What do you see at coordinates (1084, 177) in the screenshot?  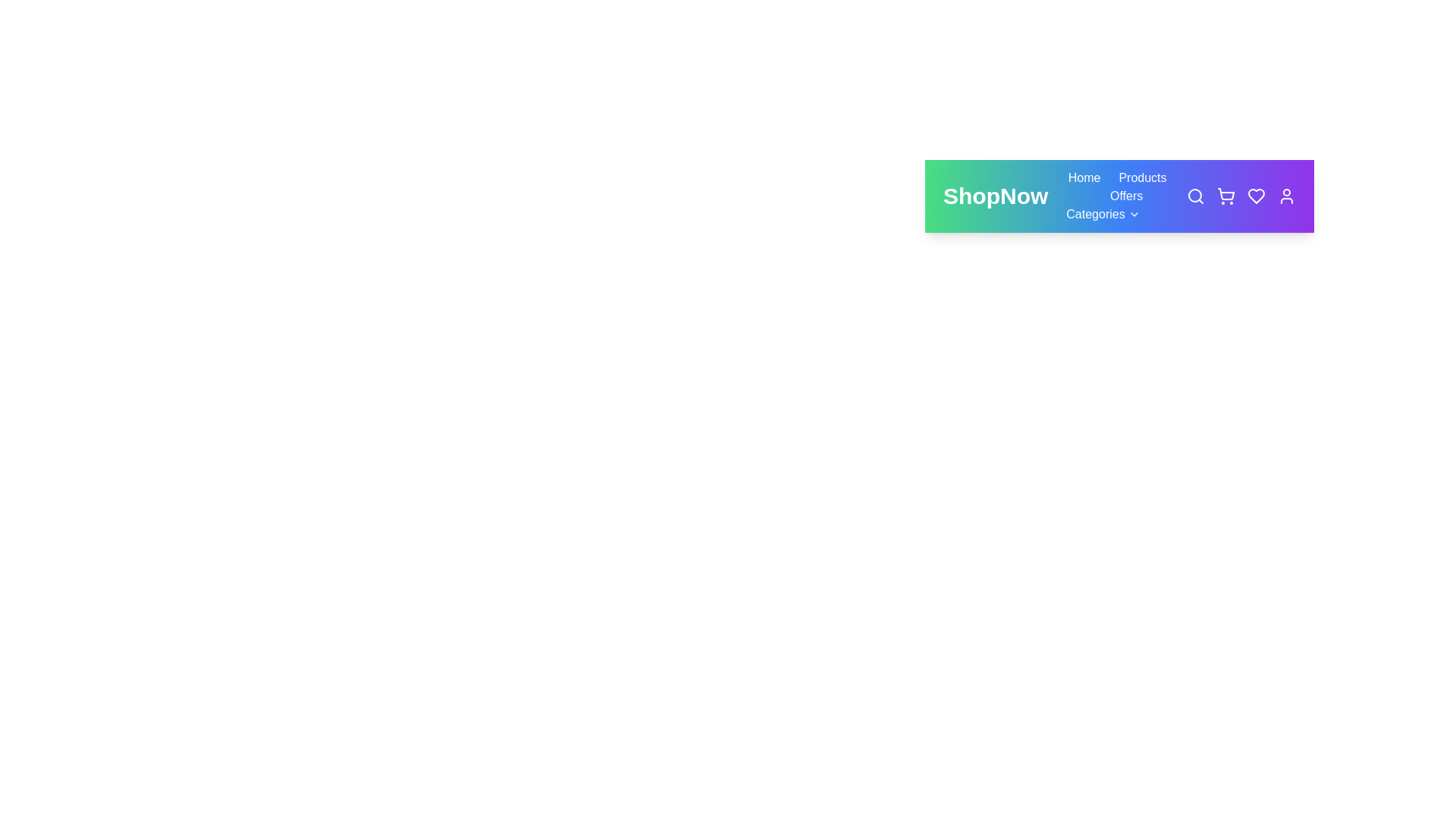 I see `the Home navigation button to navigate to the respective section` at bounding box center [1084, 177].